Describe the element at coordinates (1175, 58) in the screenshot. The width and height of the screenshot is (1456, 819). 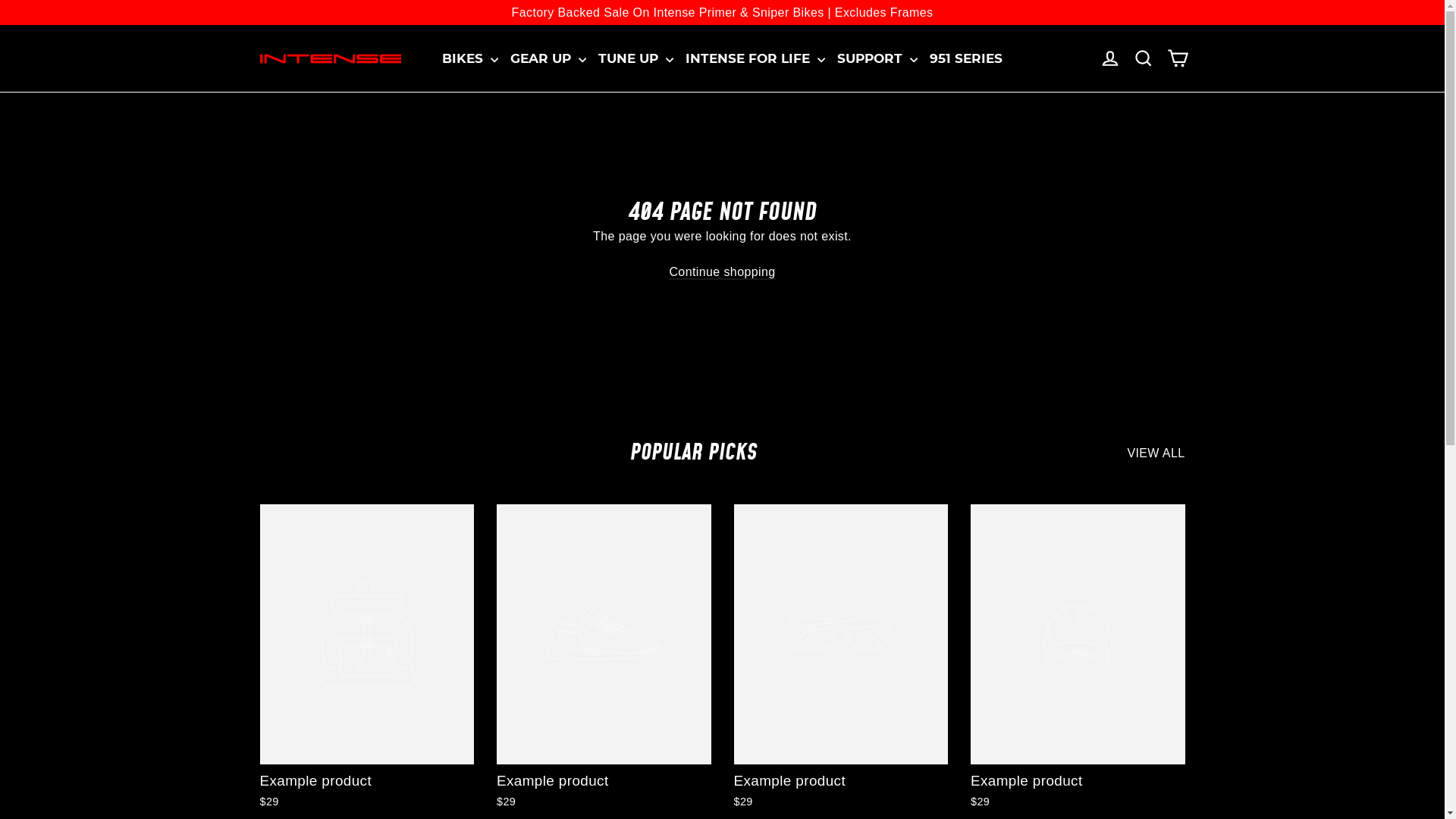
I see `'CART'` at that location.